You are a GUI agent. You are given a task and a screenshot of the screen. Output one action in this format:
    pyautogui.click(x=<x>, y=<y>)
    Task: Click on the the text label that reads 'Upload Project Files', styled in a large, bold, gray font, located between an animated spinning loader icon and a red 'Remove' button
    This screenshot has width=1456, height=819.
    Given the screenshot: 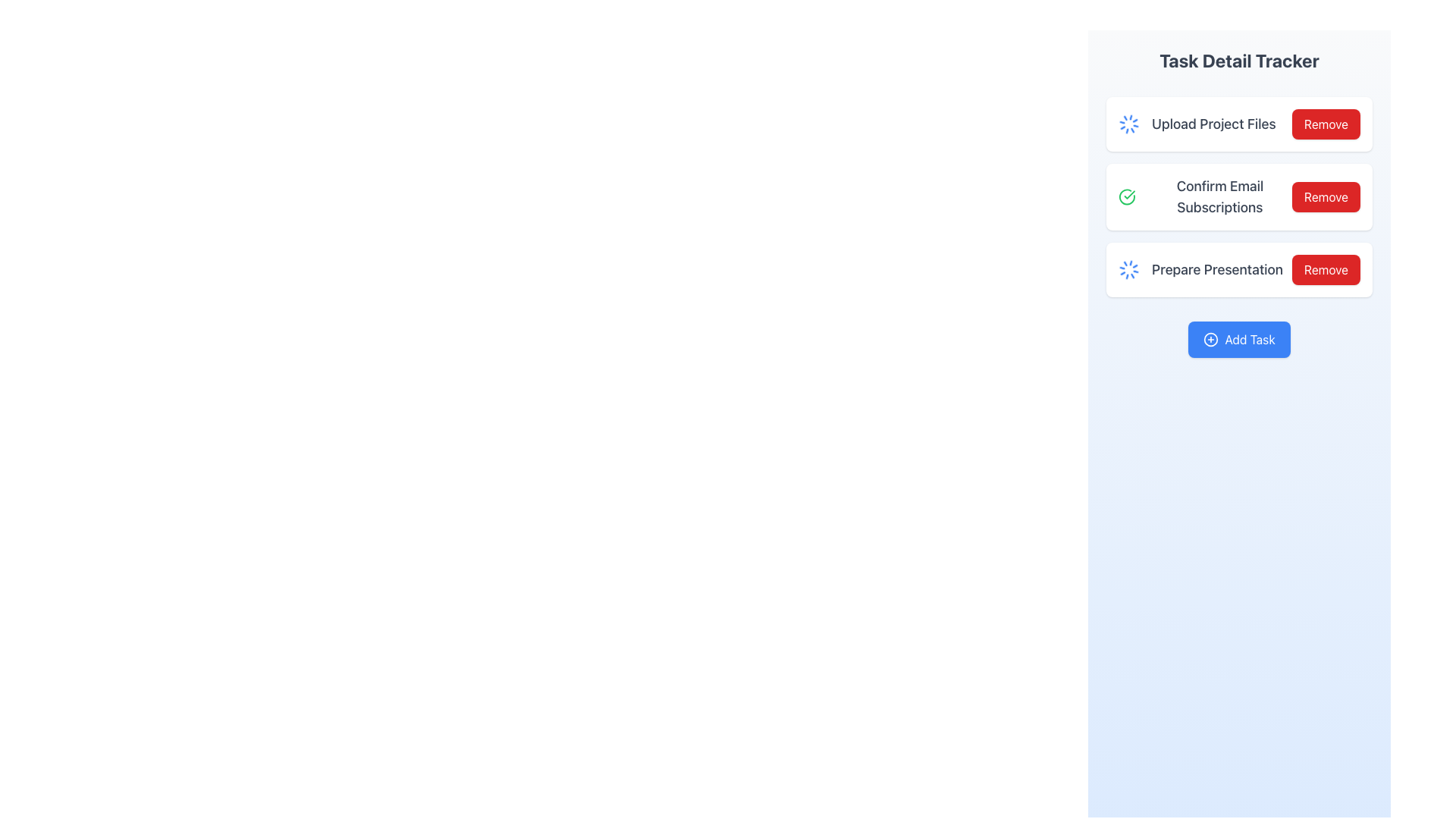 What is the action you would take?
    pyautogui.click(x=1213, y=124)
    